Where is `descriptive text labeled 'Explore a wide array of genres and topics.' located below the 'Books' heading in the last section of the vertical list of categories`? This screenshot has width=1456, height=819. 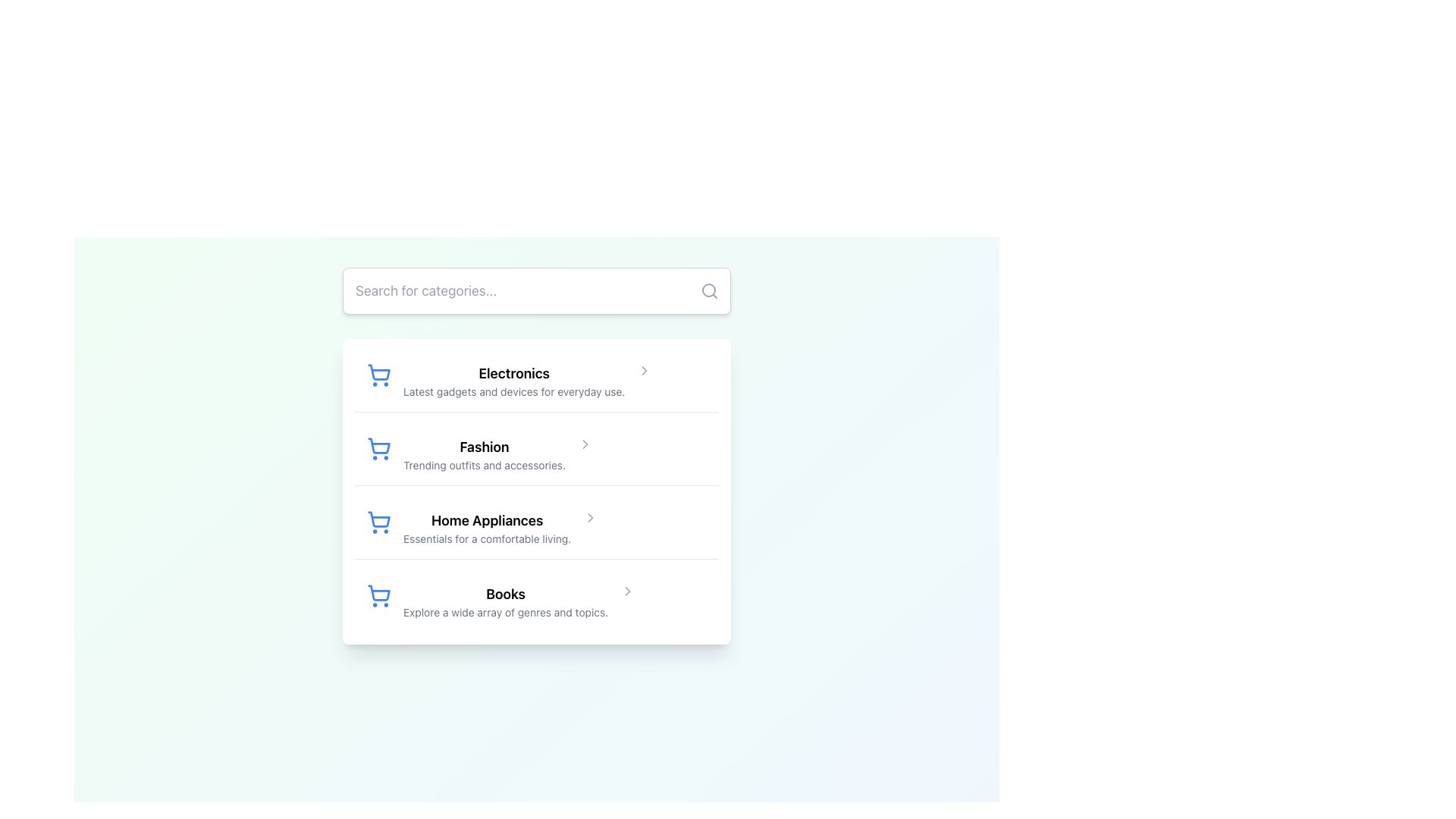
descriptive text labeled 'Explore a wide array of genres and topics.' located below the 'Books' heading in the last section of the vertical list of categories is located at coordinates (506, 611).